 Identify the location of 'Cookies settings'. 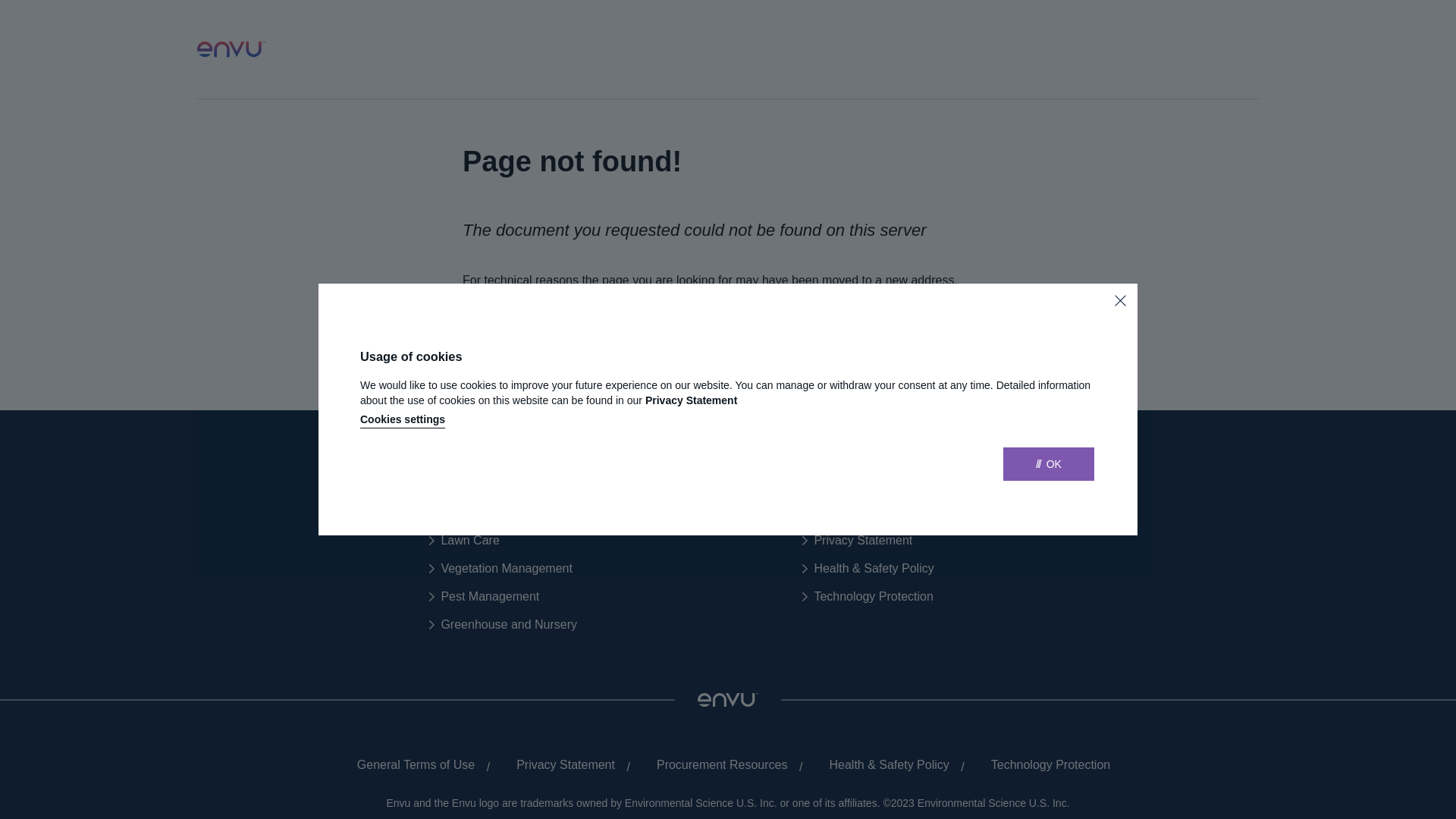
(403, 421).